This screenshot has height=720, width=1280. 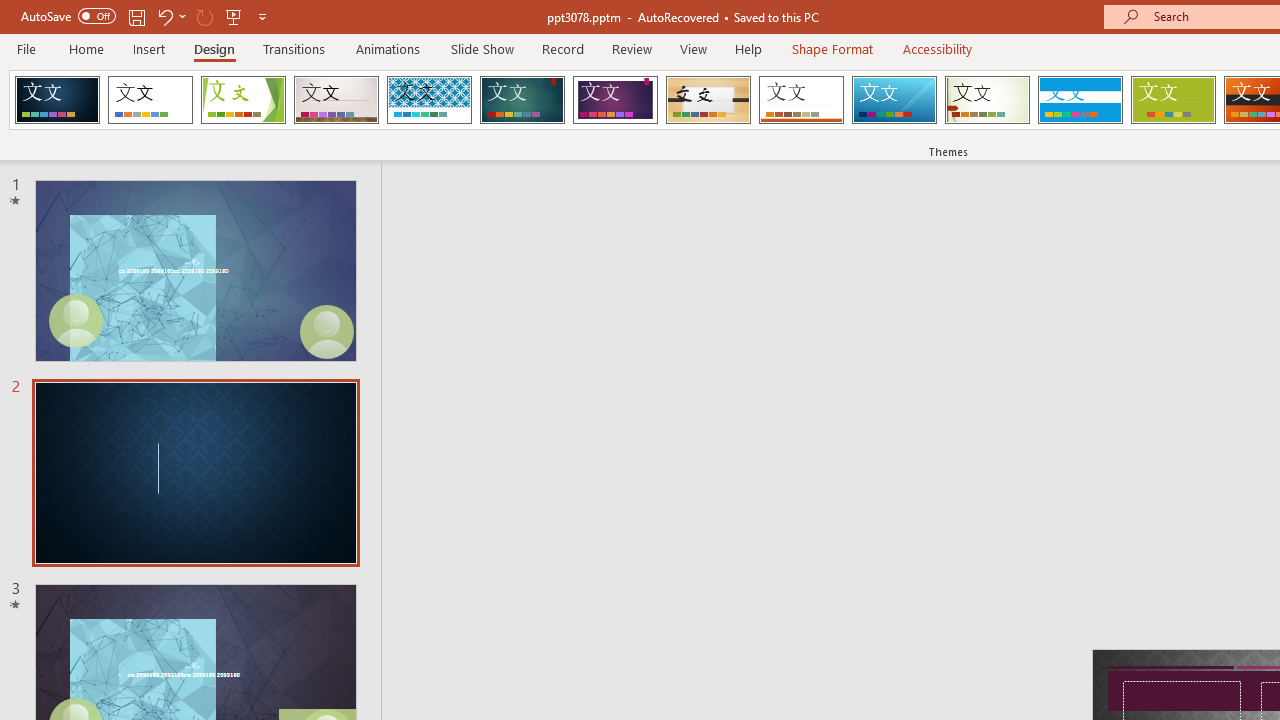 What do you see at coordinates (135, 16) in the screenshot?
I see `'Save'` at bounding box center [135, 16].